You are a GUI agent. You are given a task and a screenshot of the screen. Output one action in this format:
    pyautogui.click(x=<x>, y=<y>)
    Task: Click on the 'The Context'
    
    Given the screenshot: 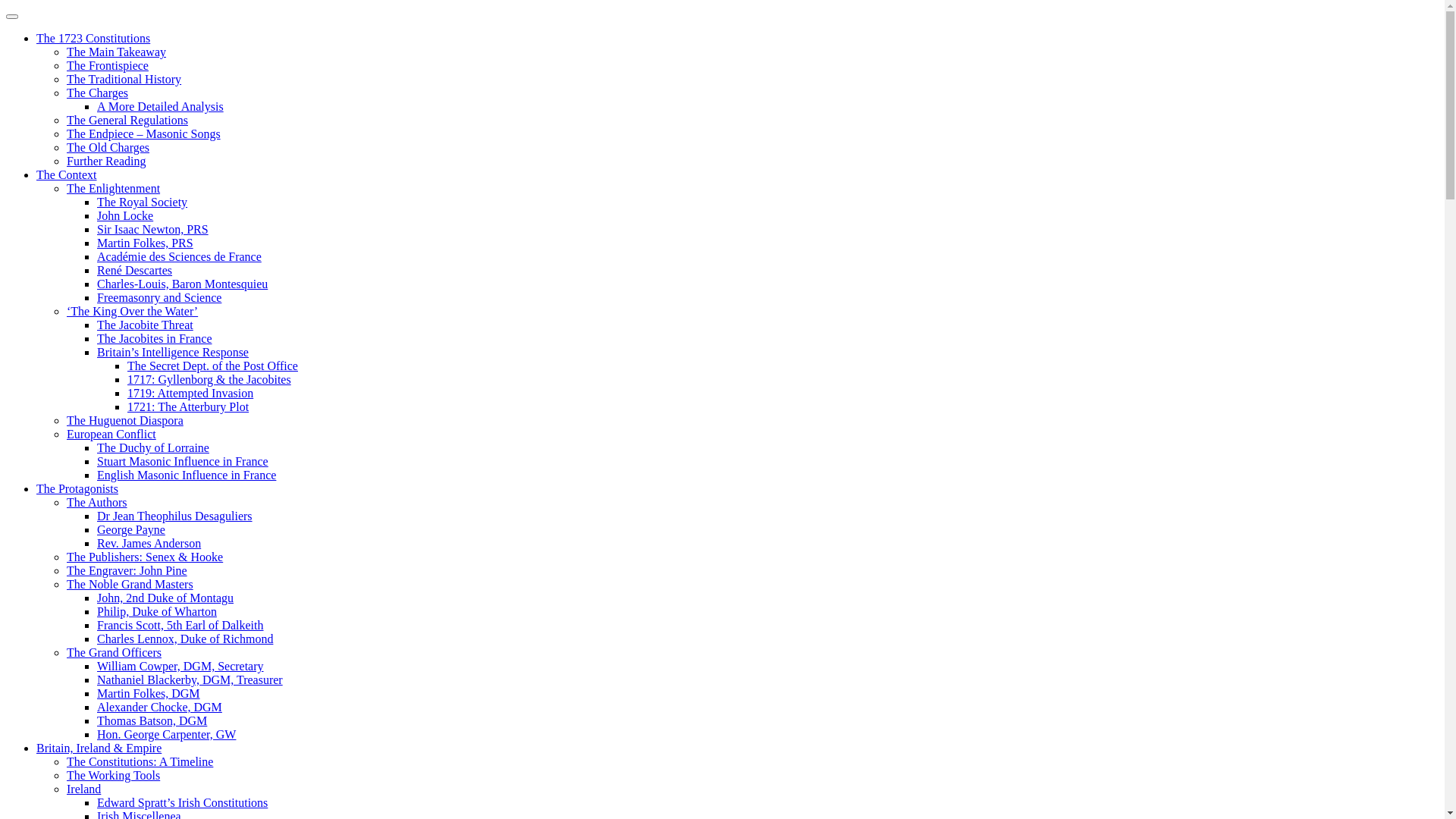 What is the action you would take?
    pyautogui.click(x=65, y=174)
    